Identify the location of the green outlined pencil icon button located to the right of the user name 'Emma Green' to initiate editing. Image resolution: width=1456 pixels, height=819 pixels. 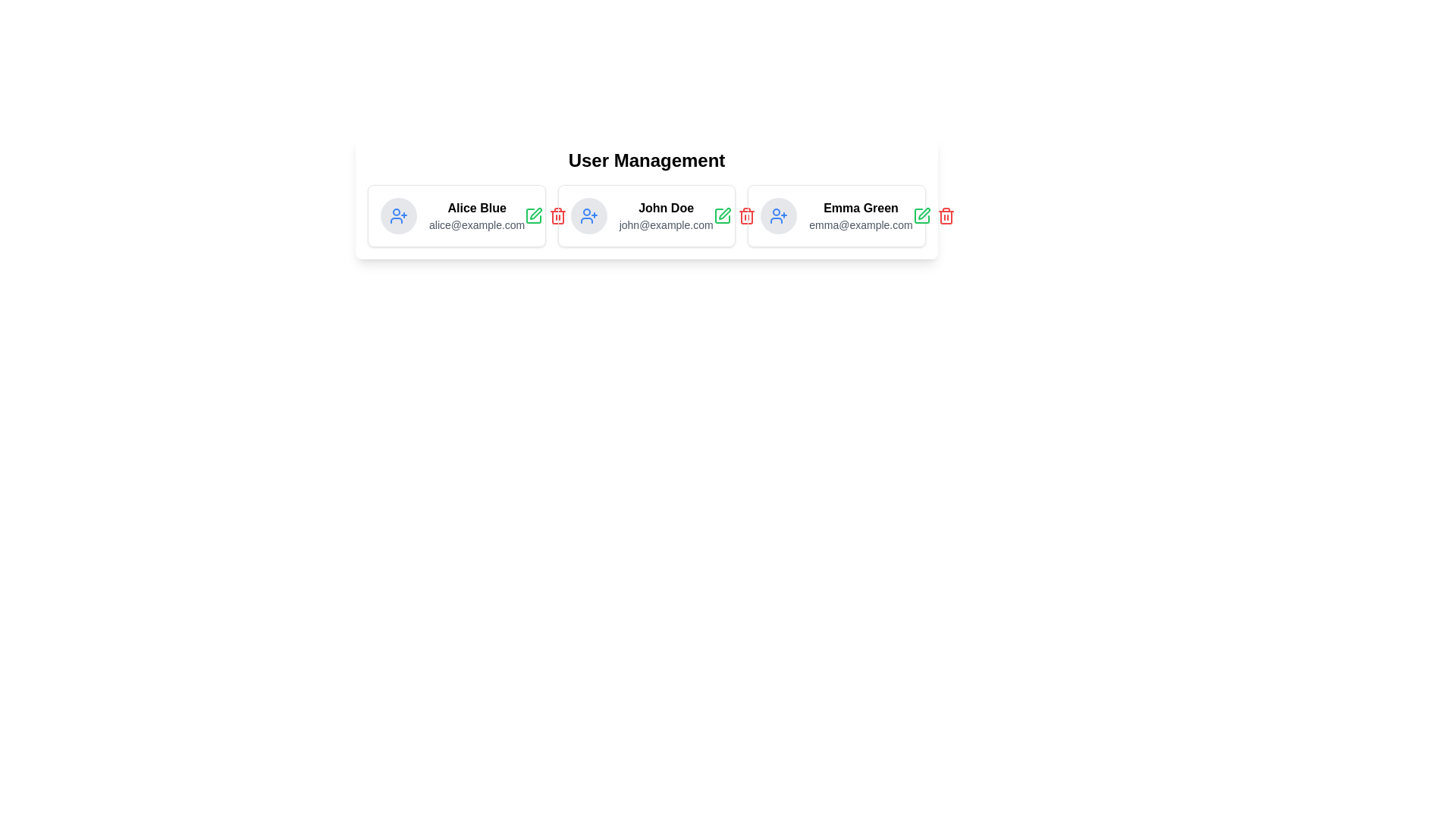
(923, 213).